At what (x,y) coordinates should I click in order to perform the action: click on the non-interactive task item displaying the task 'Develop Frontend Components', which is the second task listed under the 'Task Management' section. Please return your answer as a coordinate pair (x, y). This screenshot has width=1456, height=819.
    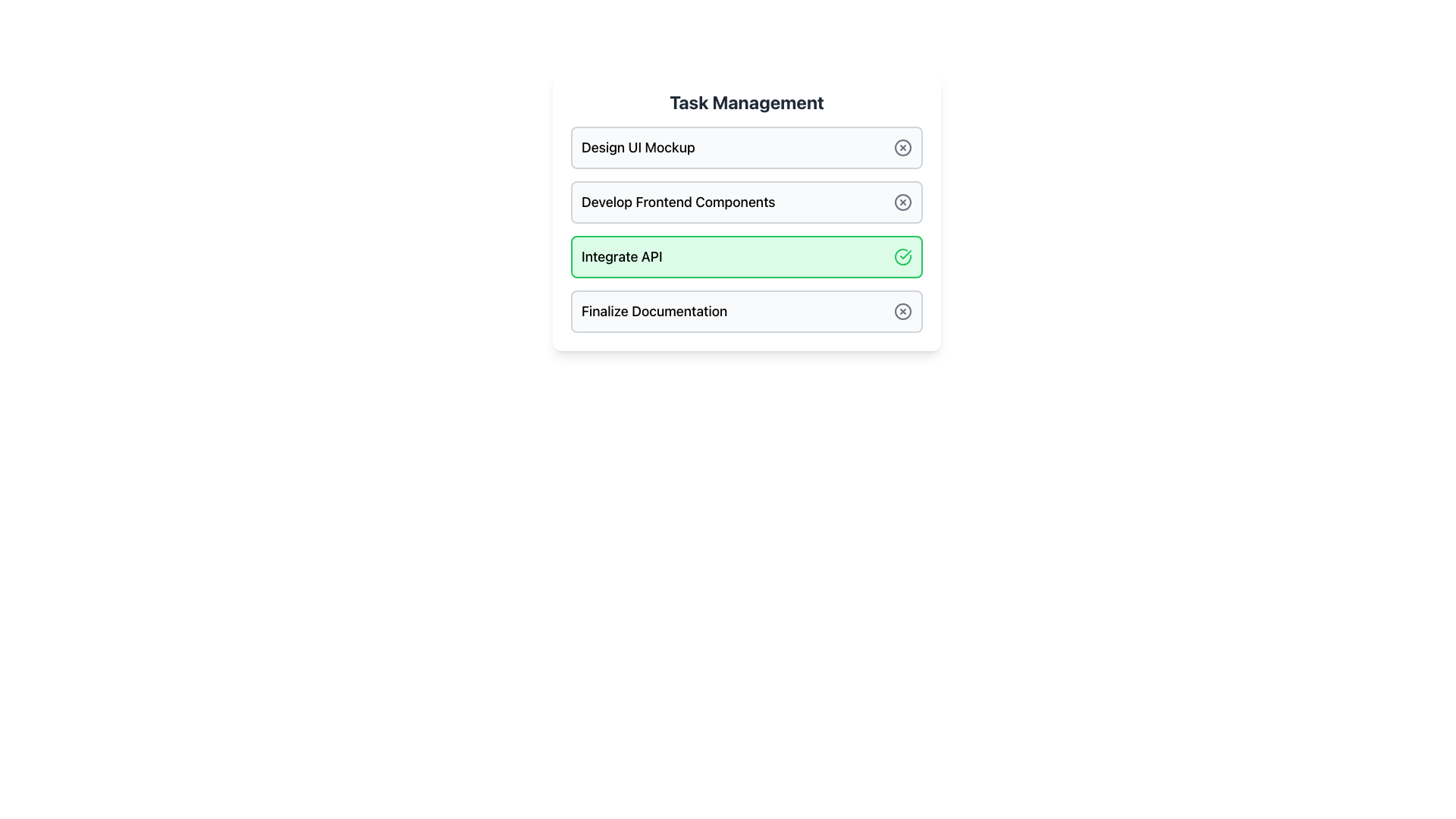
    Looking at the image, I should click on (746, 211).